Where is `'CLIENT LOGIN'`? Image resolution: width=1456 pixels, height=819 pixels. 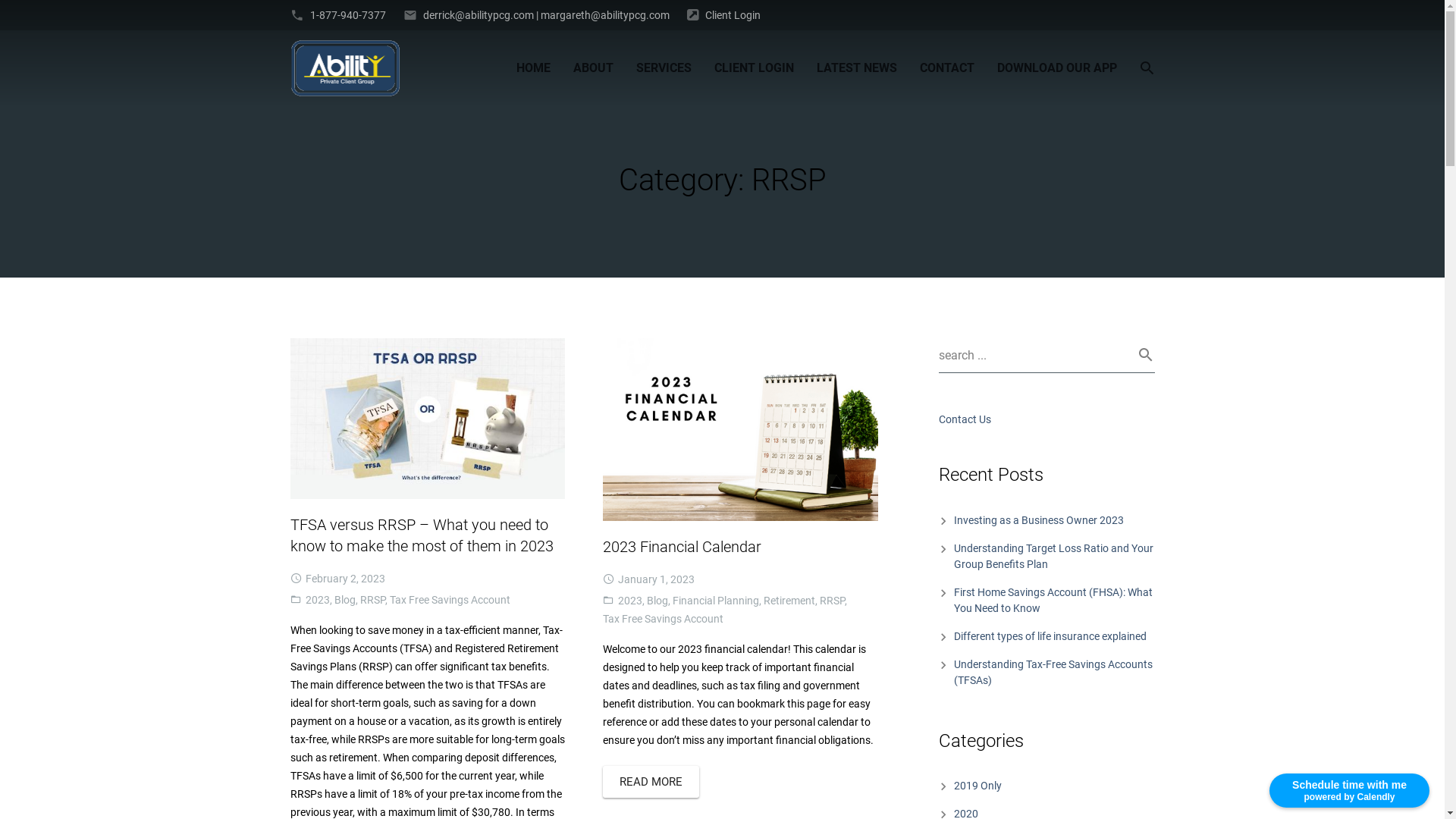 'CLIENT LOGIN' is located at coordinates (701, 67).